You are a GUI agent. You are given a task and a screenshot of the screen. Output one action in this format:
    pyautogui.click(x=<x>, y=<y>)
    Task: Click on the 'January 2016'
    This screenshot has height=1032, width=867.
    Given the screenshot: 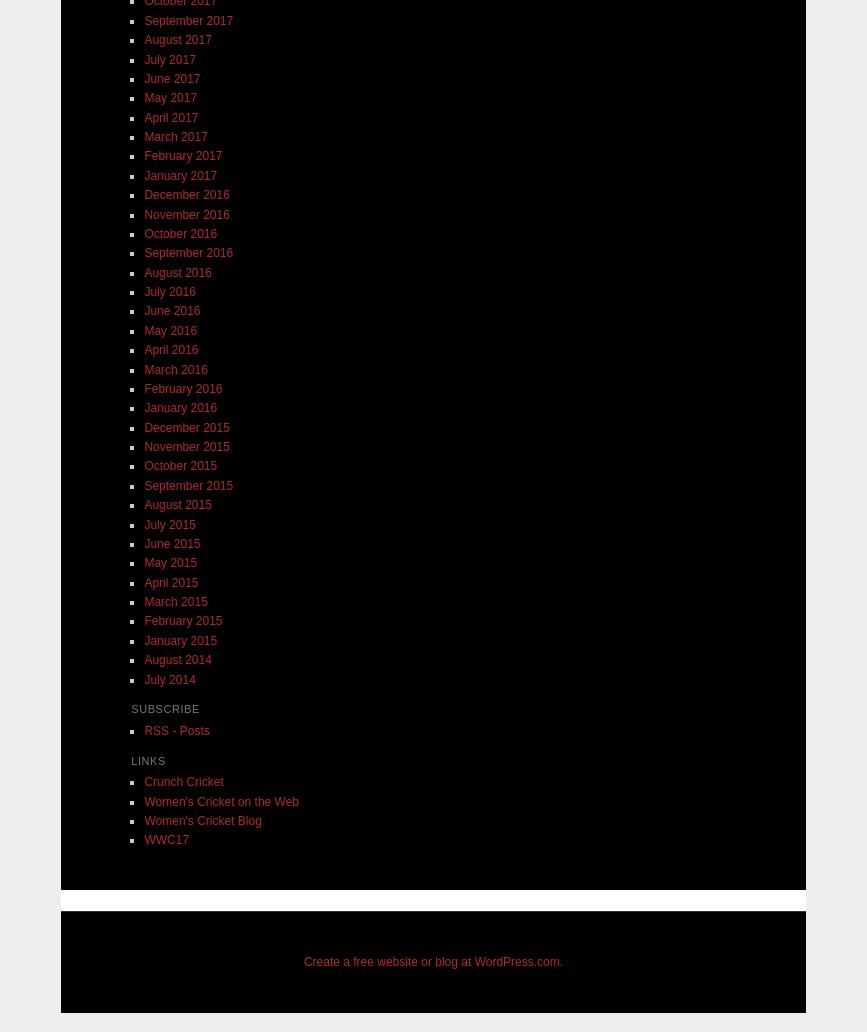 What is the action you would take?
    pyautogui.click(x=144, y=406)
    